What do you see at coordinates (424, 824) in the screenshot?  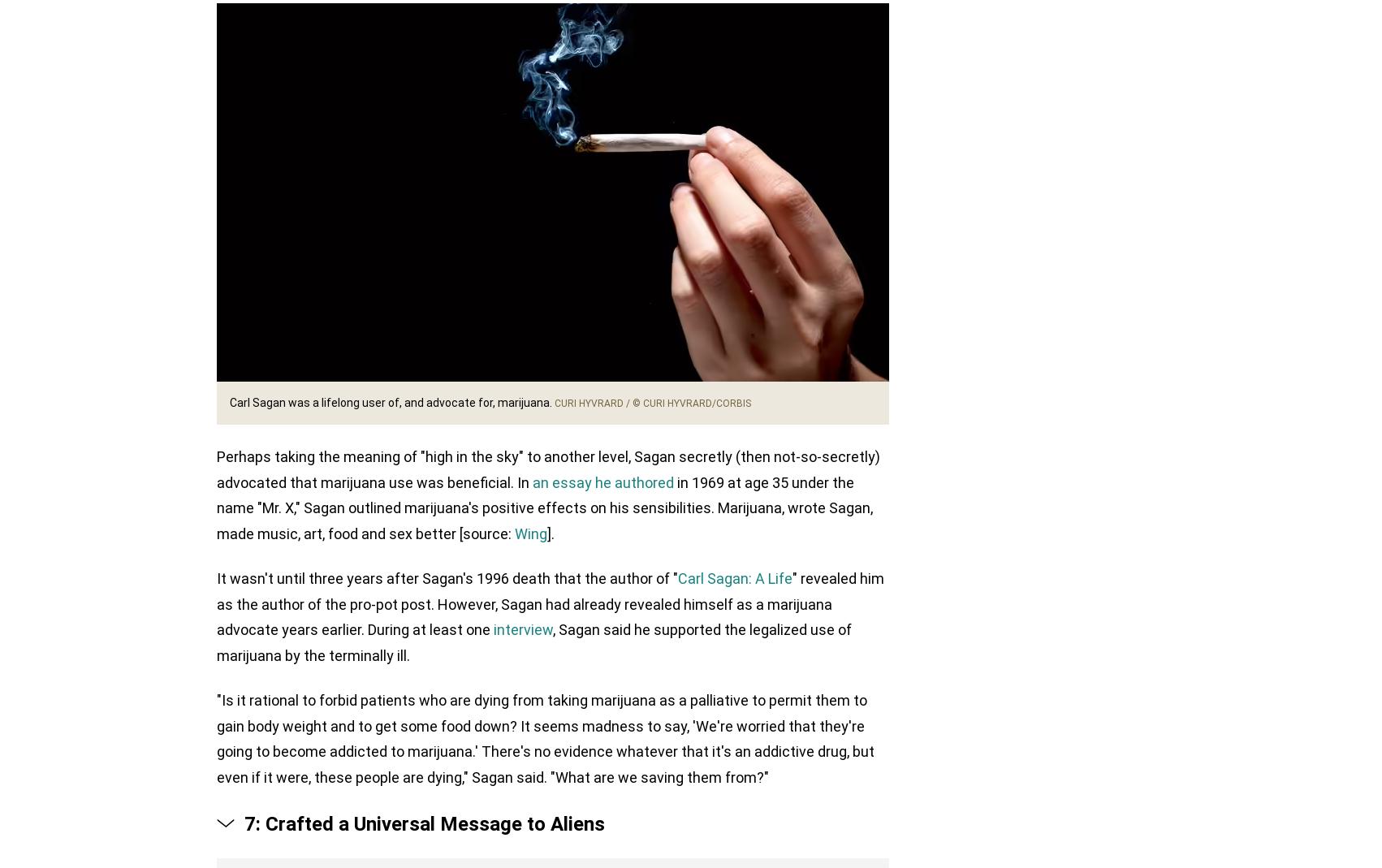 I see `'7: Crafted a Universal Message to Aliens'` at bounding box center [424, 824].